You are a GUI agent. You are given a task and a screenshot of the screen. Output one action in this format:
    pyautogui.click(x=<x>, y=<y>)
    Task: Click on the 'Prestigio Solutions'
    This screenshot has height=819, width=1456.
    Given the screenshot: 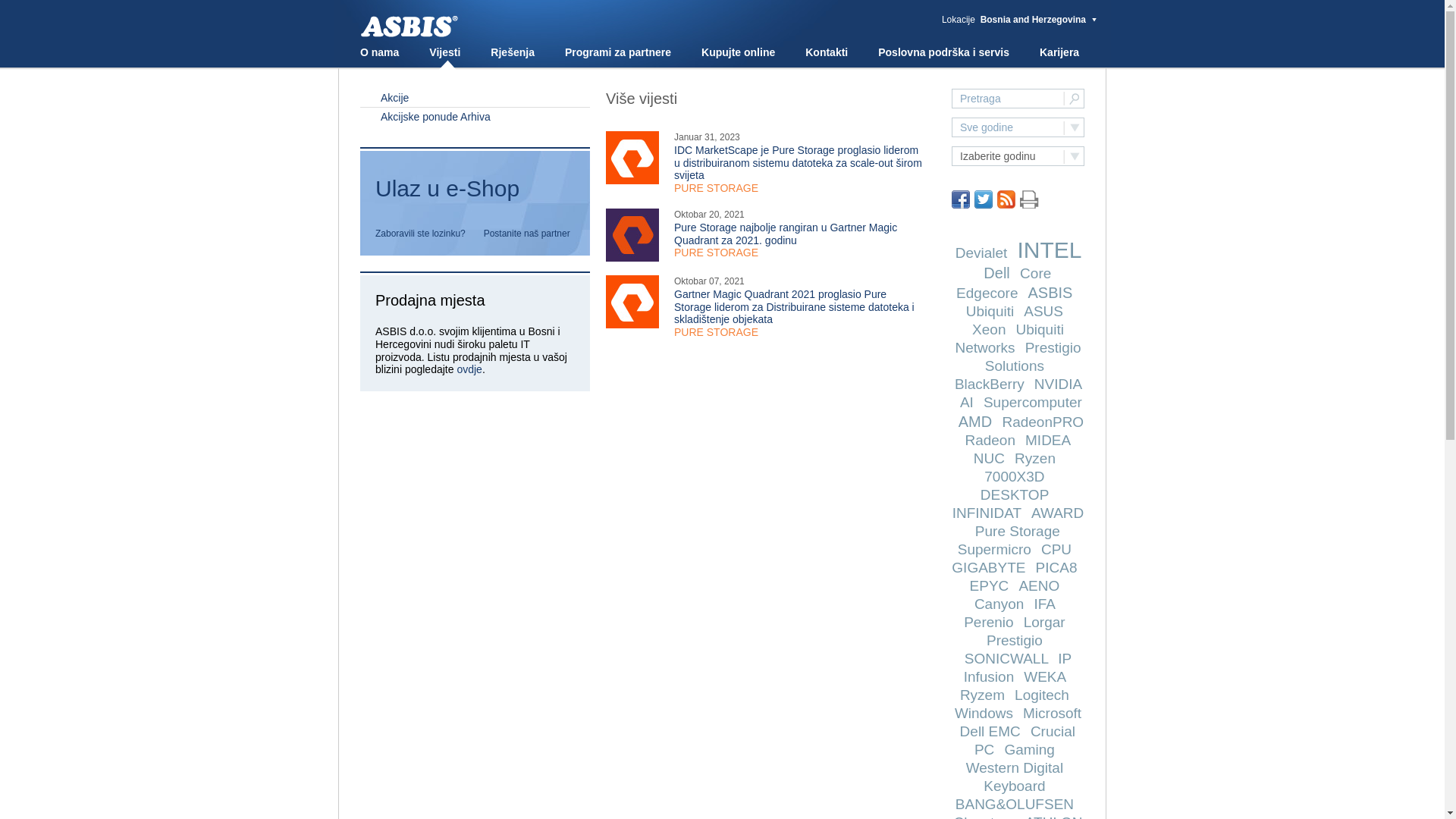 What is the action you would take?
    pyautogui.click(x=1032, y=356)
    